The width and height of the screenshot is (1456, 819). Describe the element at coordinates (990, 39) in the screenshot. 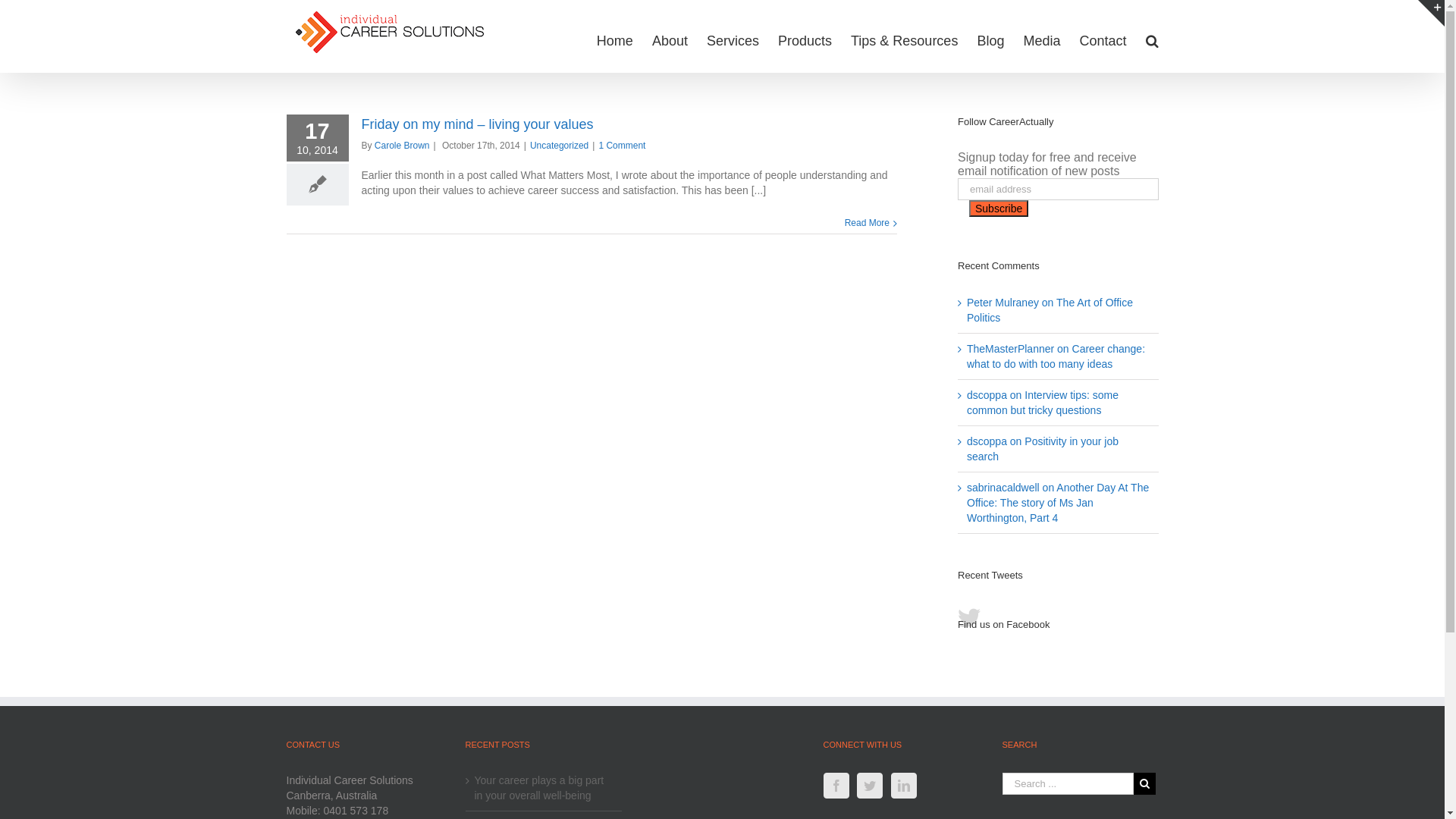

I see `'Blog'` at that location.